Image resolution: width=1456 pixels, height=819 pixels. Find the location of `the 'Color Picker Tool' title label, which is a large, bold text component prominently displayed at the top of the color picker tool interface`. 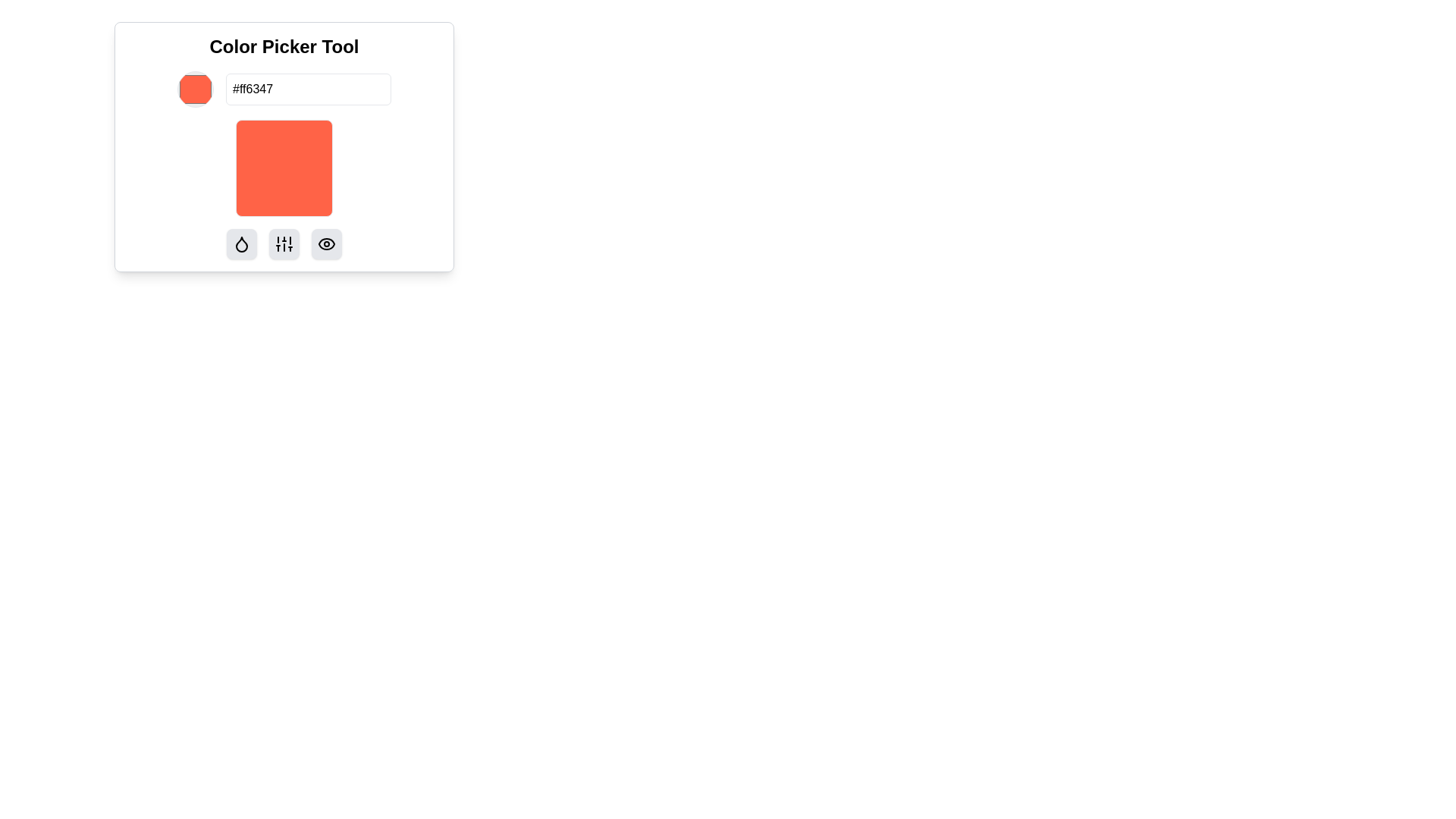

the 'Color Picker Tool' title label, which is a large, bold text component prominently displayed at the top of the color picker tool interface is located at coordinates (284, 45).